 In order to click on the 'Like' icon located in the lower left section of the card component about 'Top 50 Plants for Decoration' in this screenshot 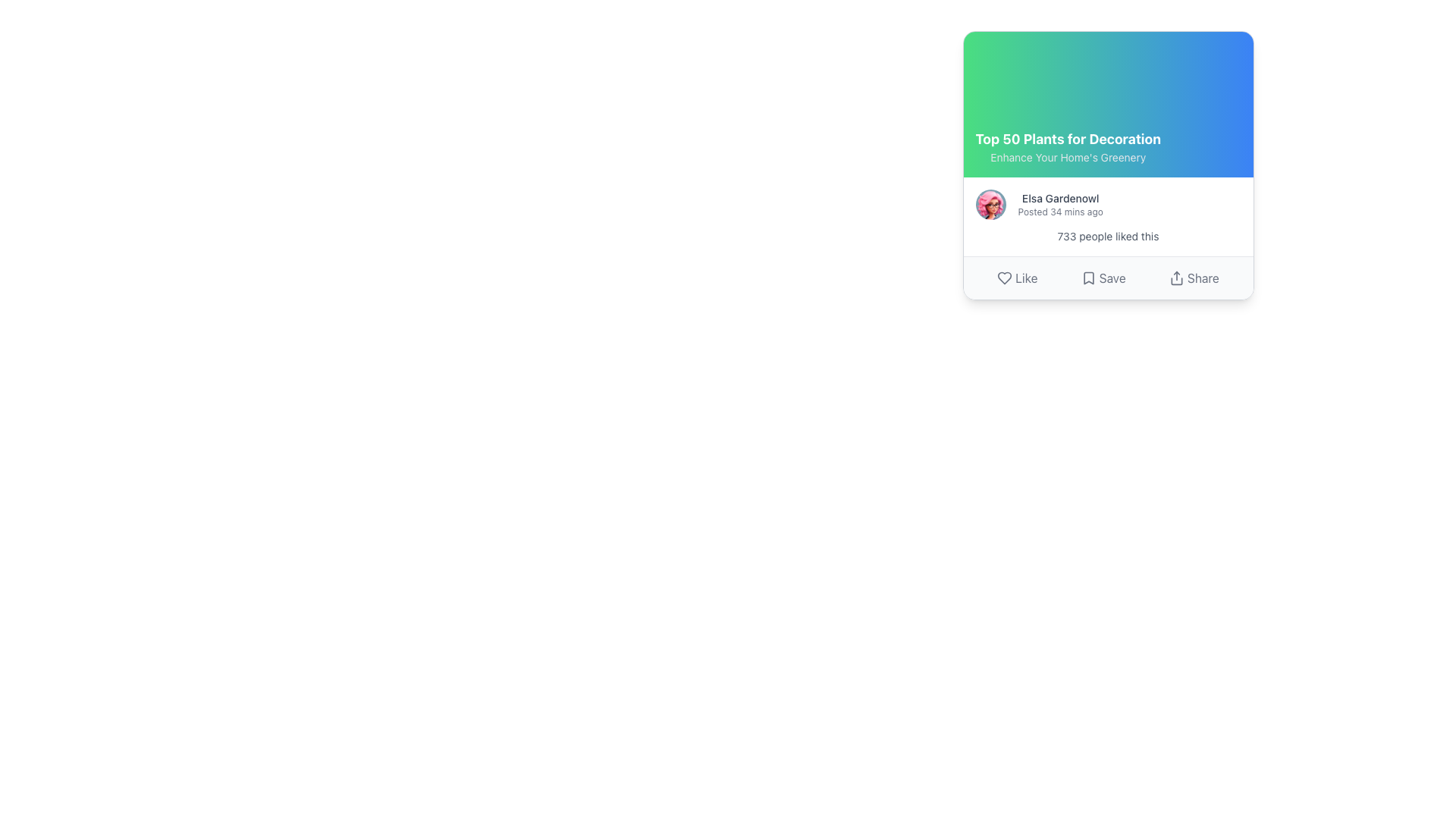, I will do `click(1005, 278)`.